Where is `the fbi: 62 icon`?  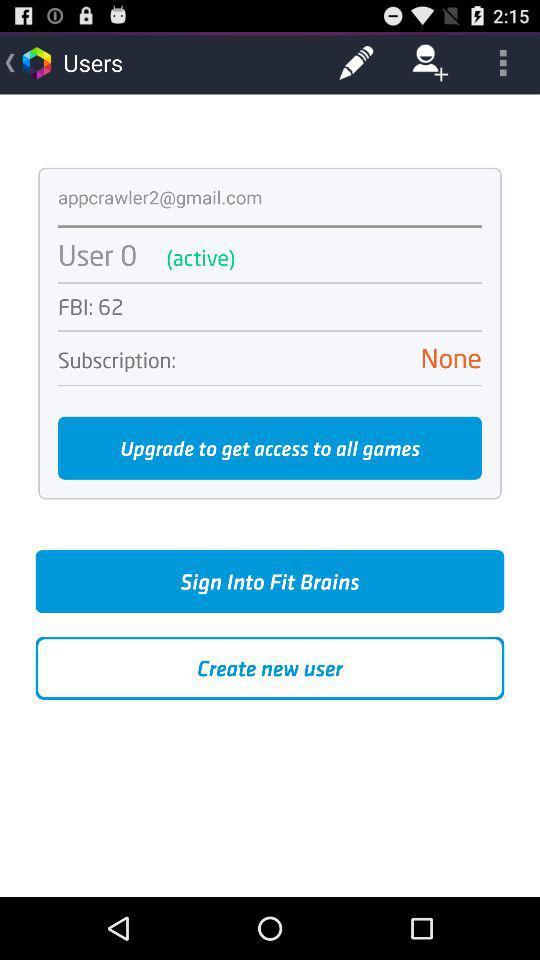 the fbi: 62 icon is located at coordinates (270, 307).